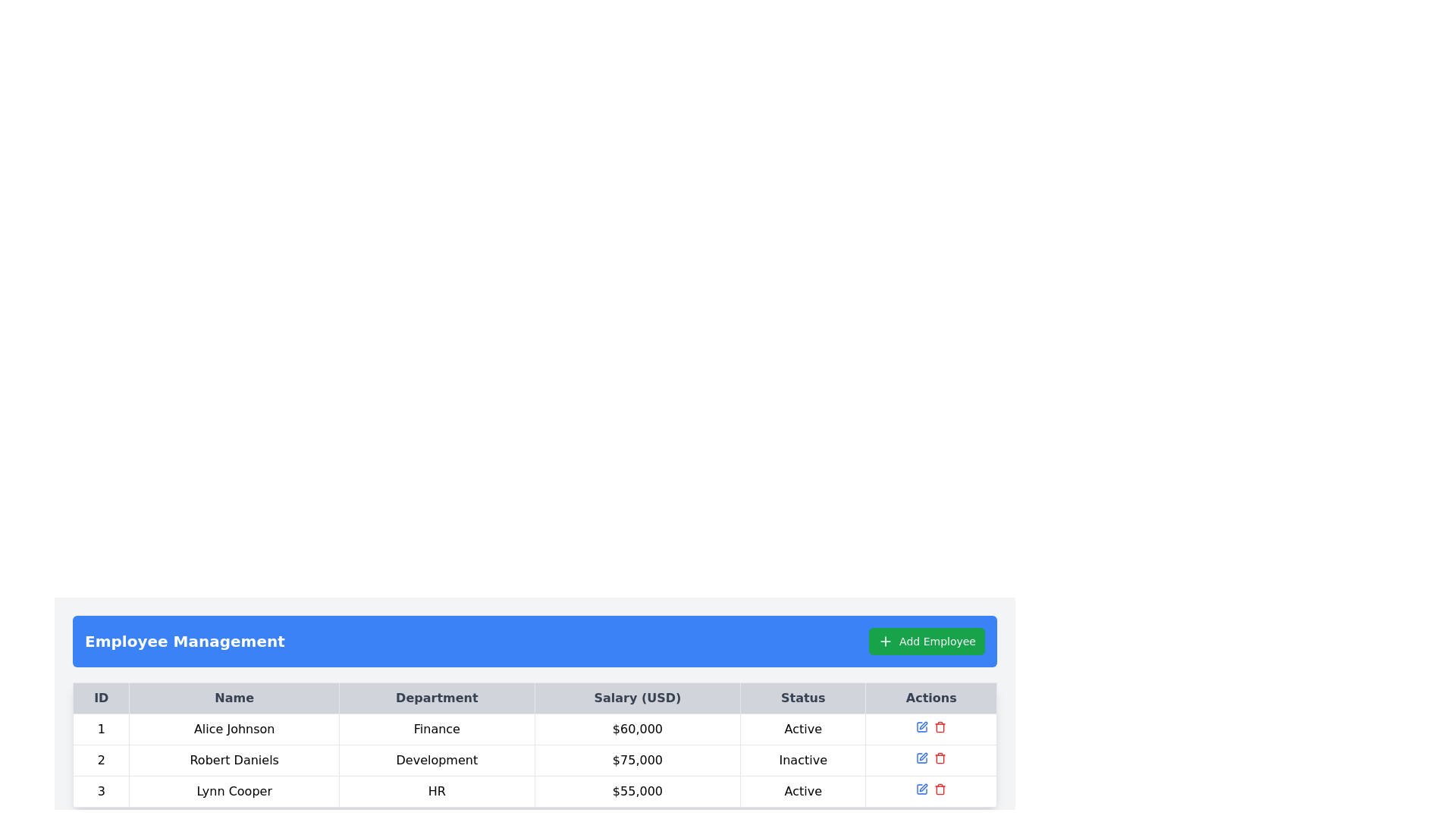 The height and width of the screenshot is (819, 1456). I want to click on the read-only text display element that shows the value '$60,000' in a bordered box, located in the fourth column of the first row within the data table, so click(637, 728).